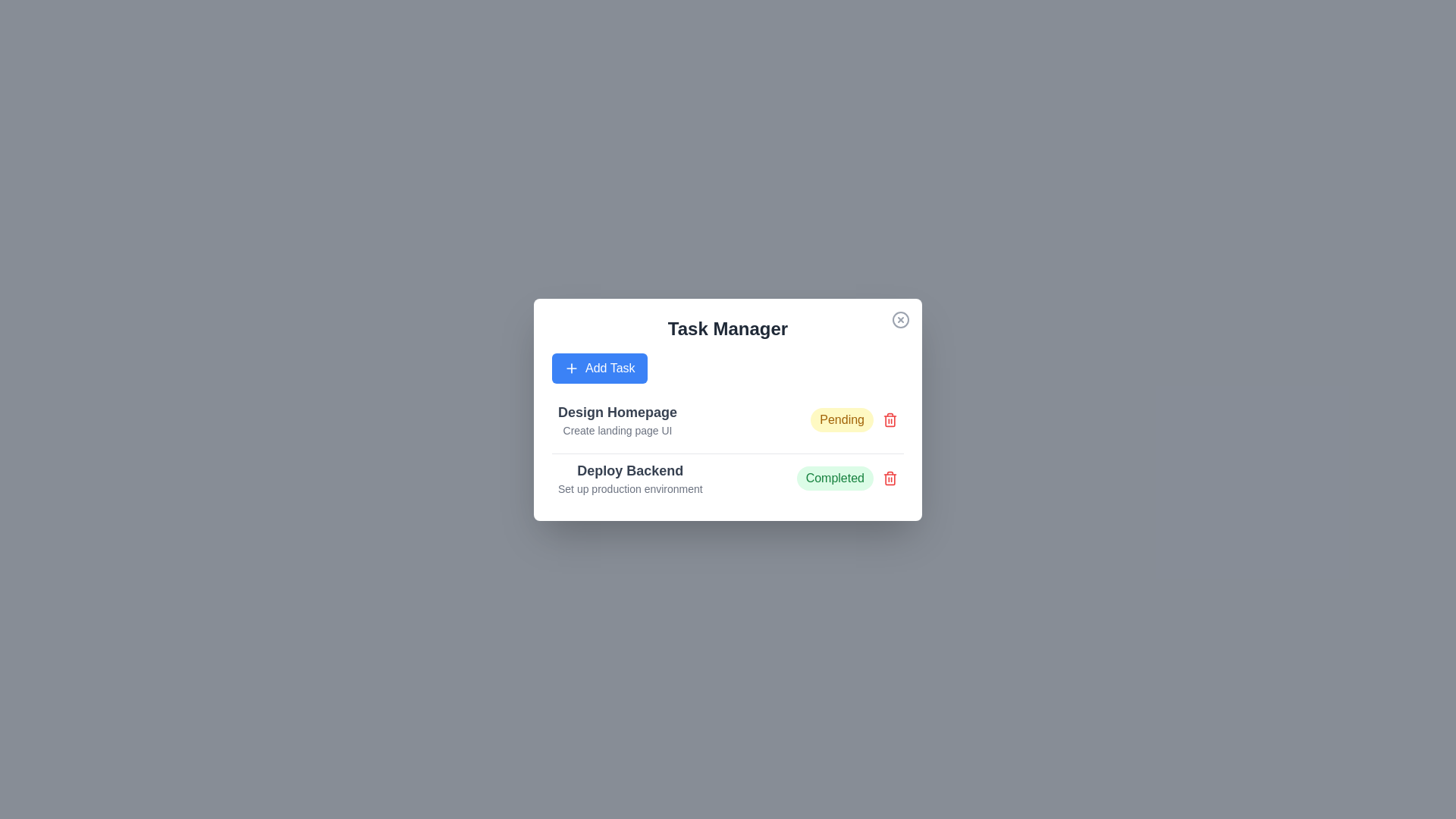 Image resolution: width=1456 pixels, height=819 pixels. What do you see at coordinates (570, 368) in the screenshot?
I see `the circular icon with a plus sign in the center, which is styled with a blue background and white border, located within the blue button labeled 'Add Task' at the top-left corner of the task list interface` at bounding box center [570, 368].